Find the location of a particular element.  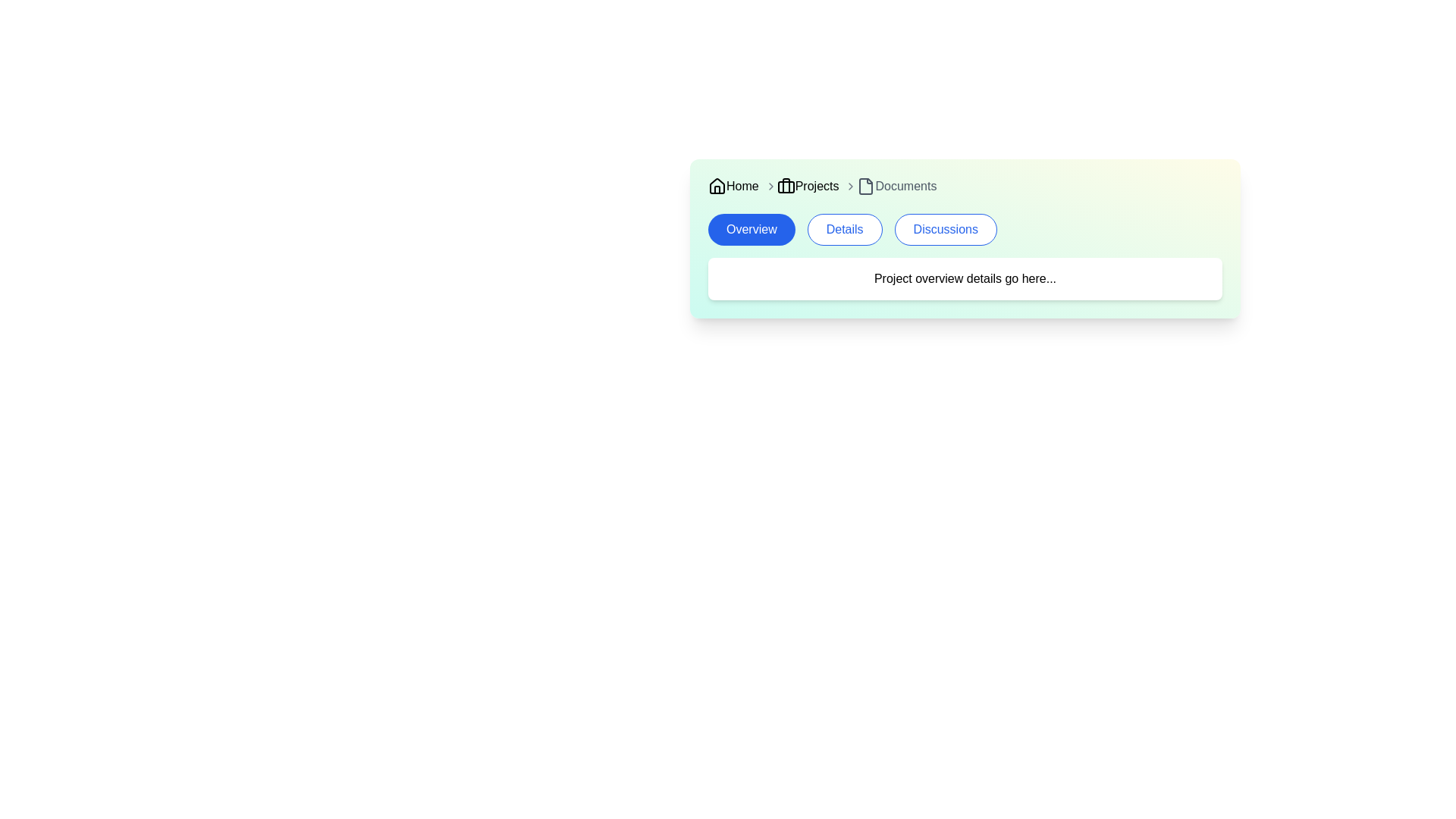

the 'Projects' link in the breadcrumb navigation is located at coordinates (800, 186).